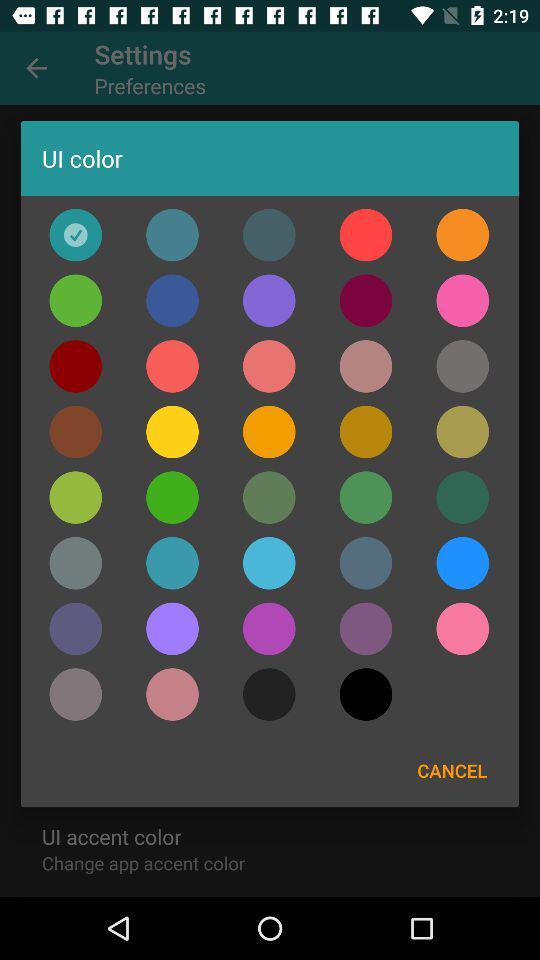 This screenshot has height=960, width=540. Describe the element at coordinates (172, 694) in the screenshot. I see `colour for ui` at that location.